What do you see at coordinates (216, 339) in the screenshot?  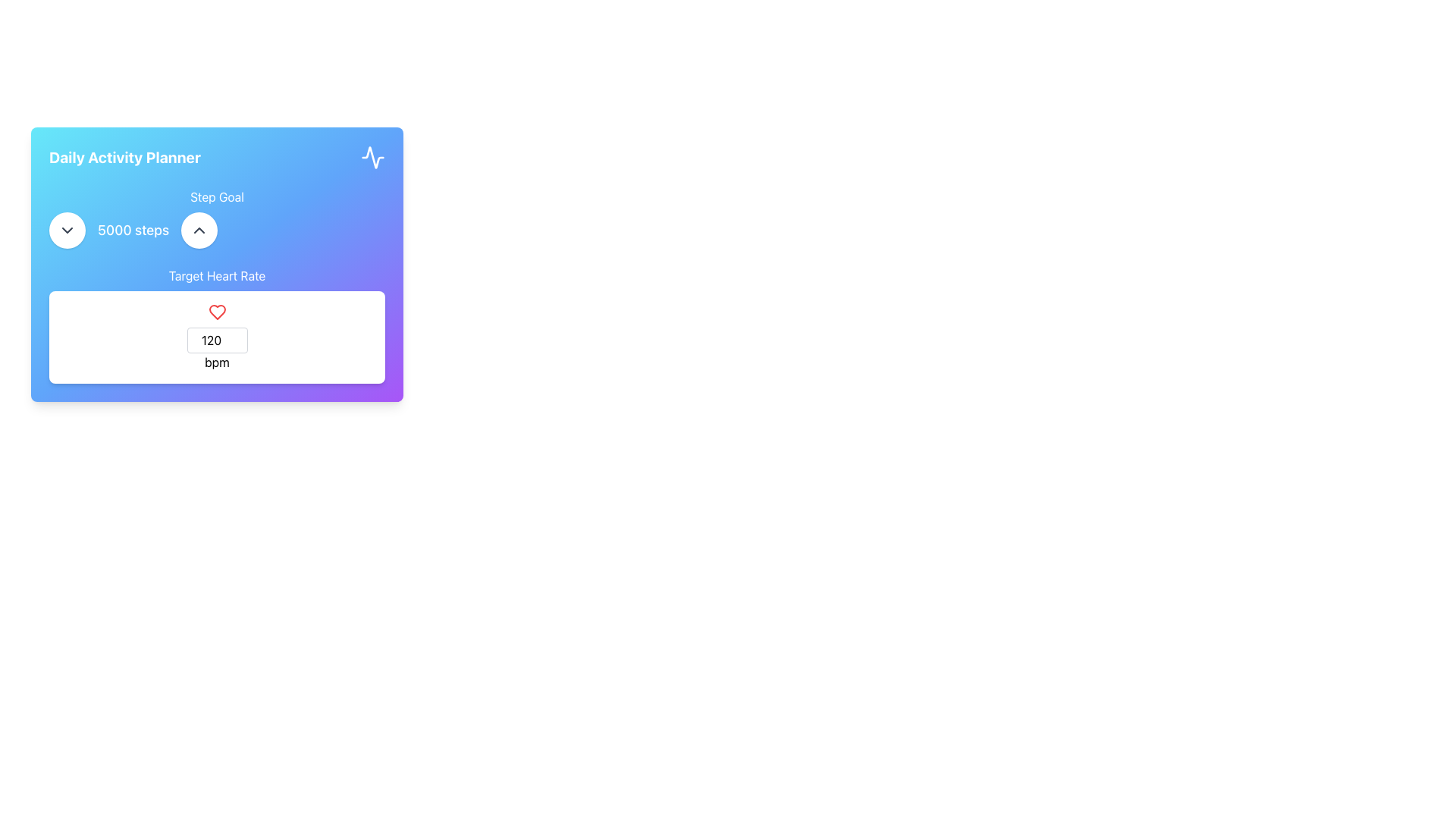 I see `the Number input field to focus, which is located beneath a red heart icon and above the text 'bpm' within a white card-like component` at bounding box center [216, 339].